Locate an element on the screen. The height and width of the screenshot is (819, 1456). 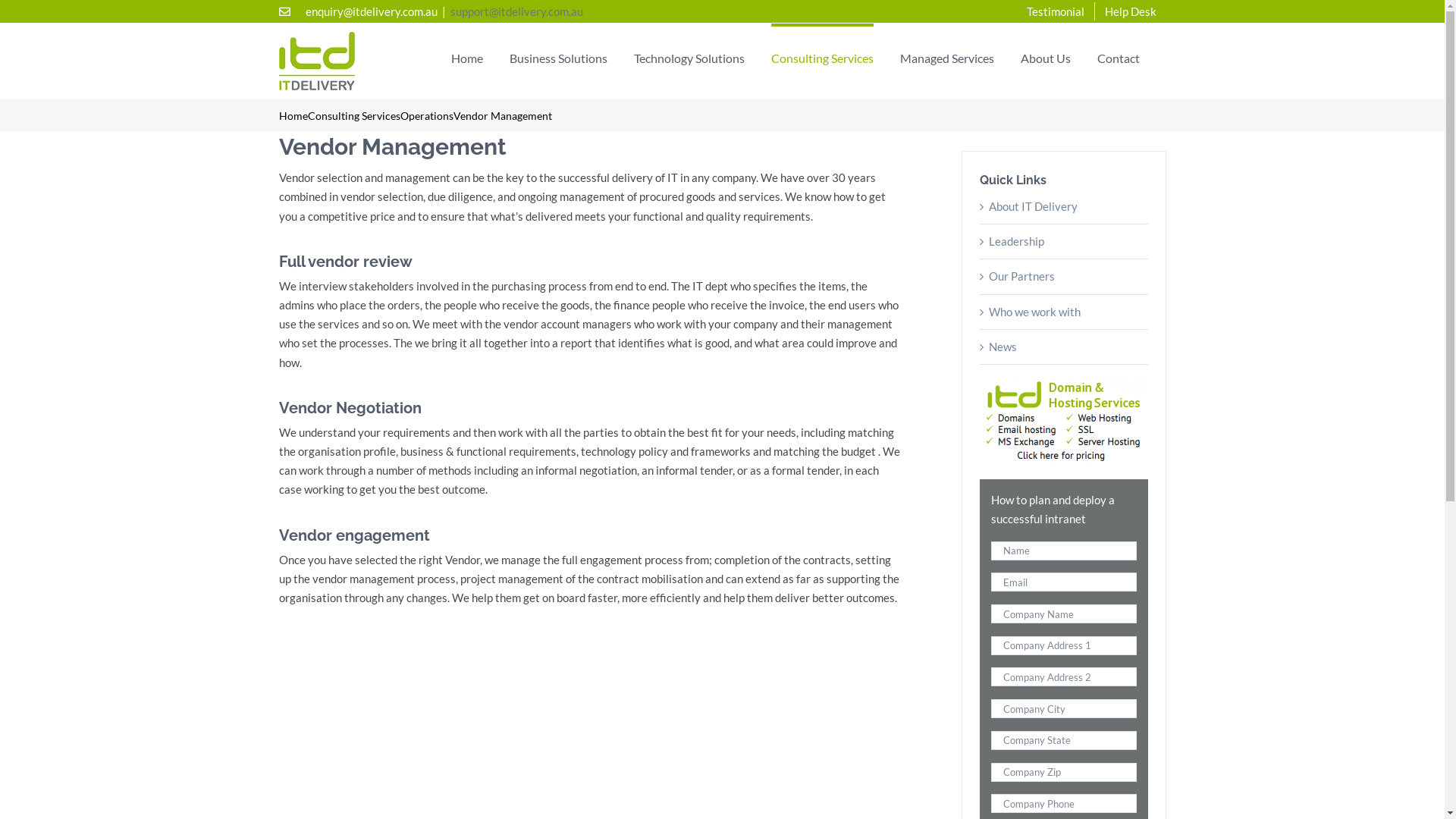
'Technology Solutions' is located at coordinates (633, 55).